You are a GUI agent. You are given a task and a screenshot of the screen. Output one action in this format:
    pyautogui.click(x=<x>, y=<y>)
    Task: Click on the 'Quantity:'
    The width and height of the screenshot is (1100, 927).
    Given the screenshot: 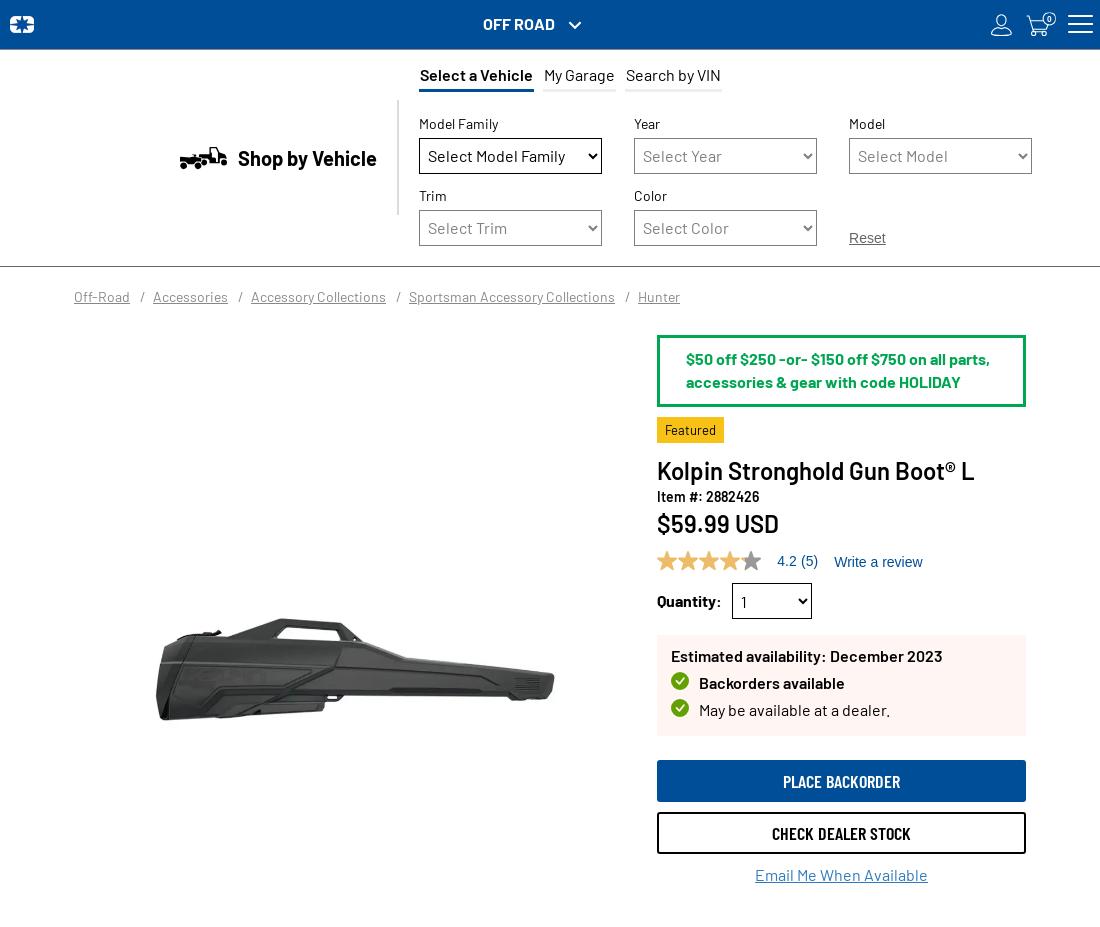 What is the action you would take?
    pyautogui.click(x=688, y=599)
    